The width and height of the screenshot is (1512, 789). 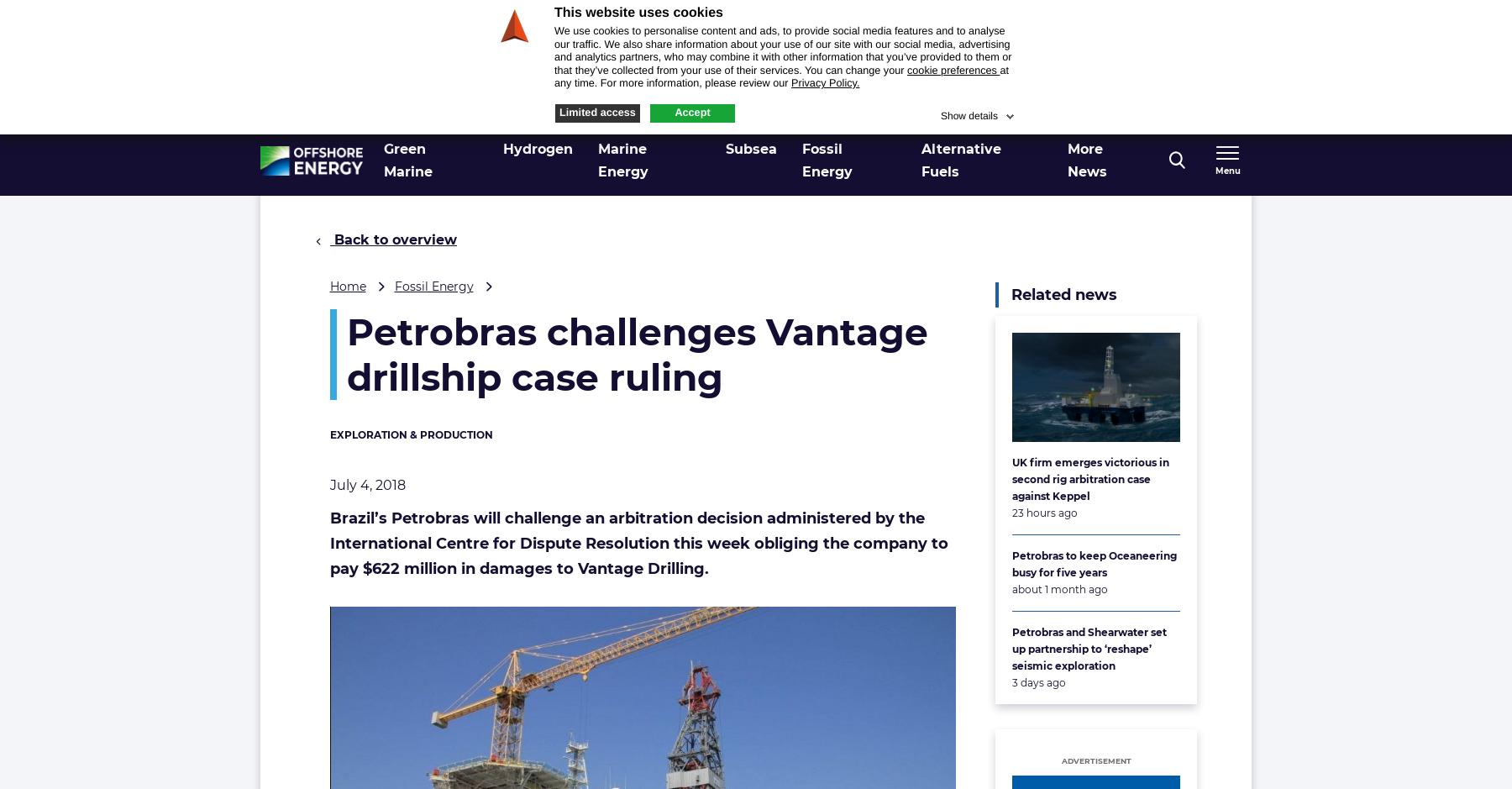 I want to click on 'This website uses cookies', so click(x=637, y=13).